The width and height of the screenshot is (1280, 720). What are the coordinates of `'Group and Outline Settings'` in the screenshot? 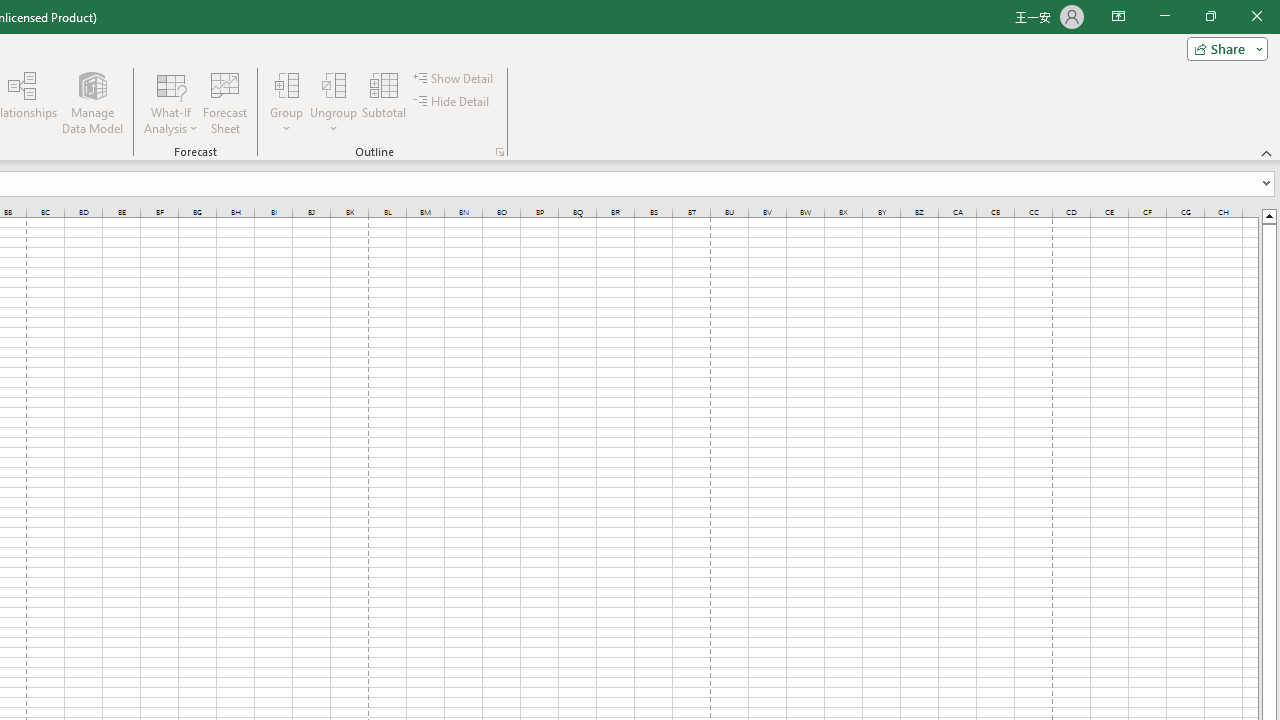 It's located at (499, 150).